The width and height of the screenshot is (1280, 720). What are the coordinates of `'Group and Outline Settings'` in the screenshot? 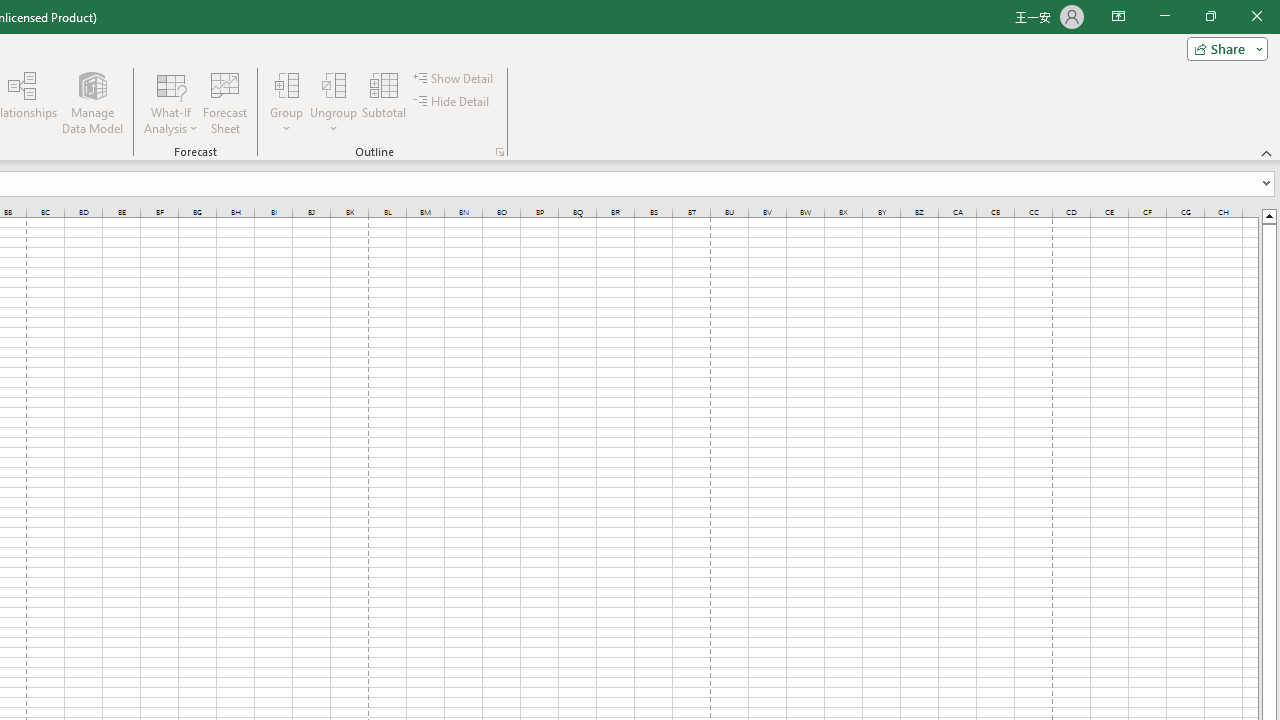 It's located at (499, 150).